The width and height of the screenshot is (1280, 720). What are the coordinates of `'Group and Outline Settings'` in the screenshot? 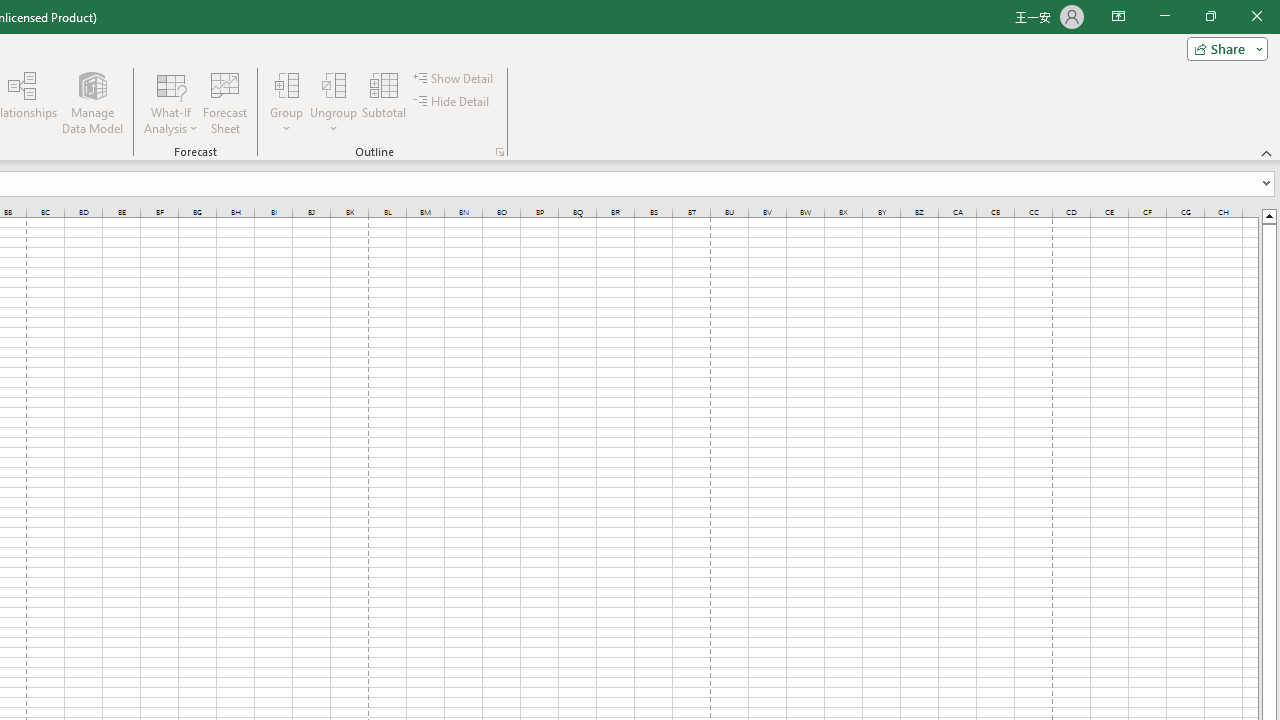 It's located at (499, 150).